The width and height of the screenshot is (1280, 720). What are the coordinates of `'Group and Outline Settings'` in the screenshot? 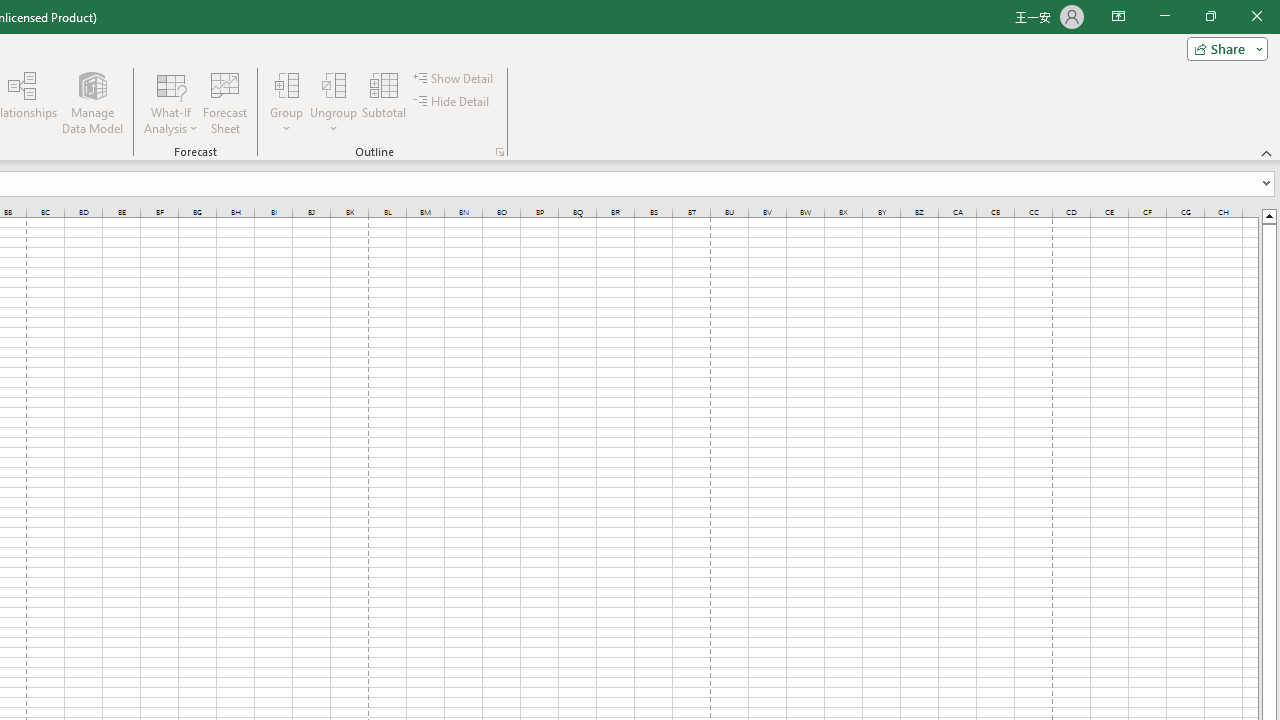 It's located at (499, 150).